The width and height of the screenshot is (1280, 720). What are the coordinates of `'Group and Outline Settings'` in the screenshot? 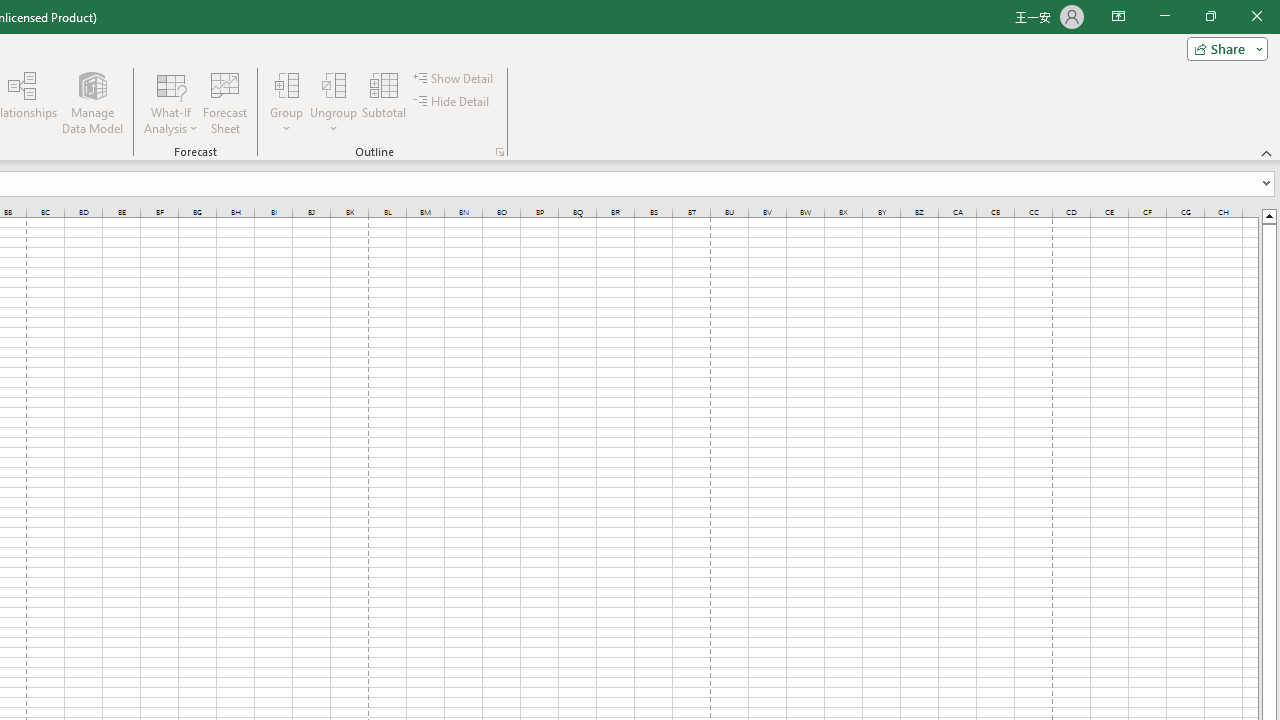 It's located at (499, 150).